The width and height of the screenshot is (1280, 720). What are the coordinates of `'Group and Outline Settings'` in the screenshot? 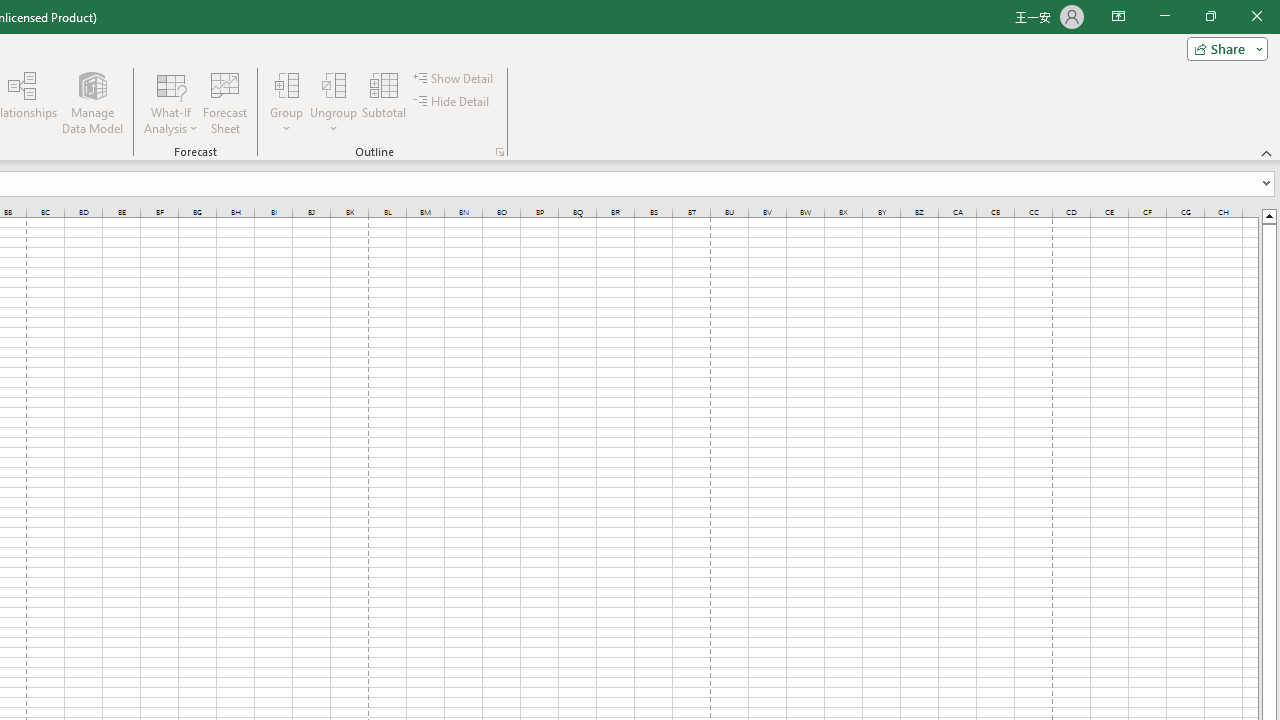 It's located at (499, 150).